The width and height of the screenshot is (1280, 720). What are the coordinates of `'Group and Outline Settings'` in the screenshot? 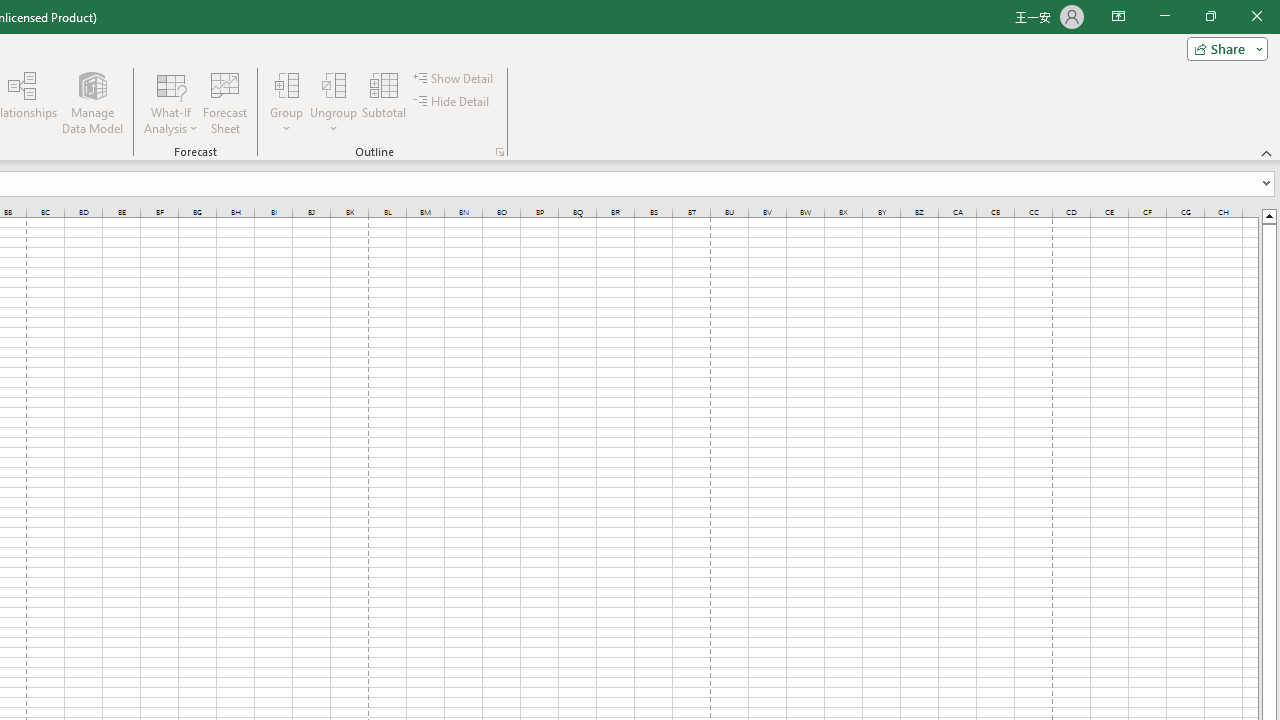 It's located at (499, 150).